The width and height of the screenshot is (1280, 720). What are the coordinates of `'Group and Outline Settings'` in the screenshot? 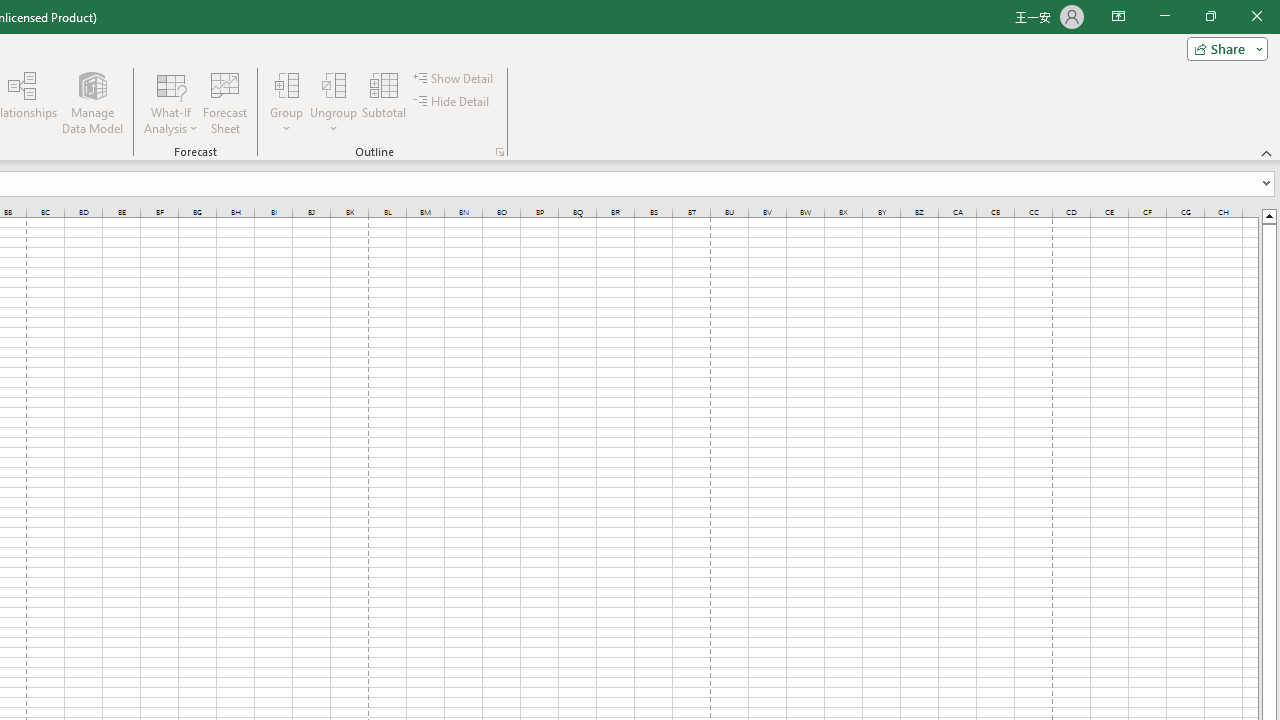 It's located at (499, 150).